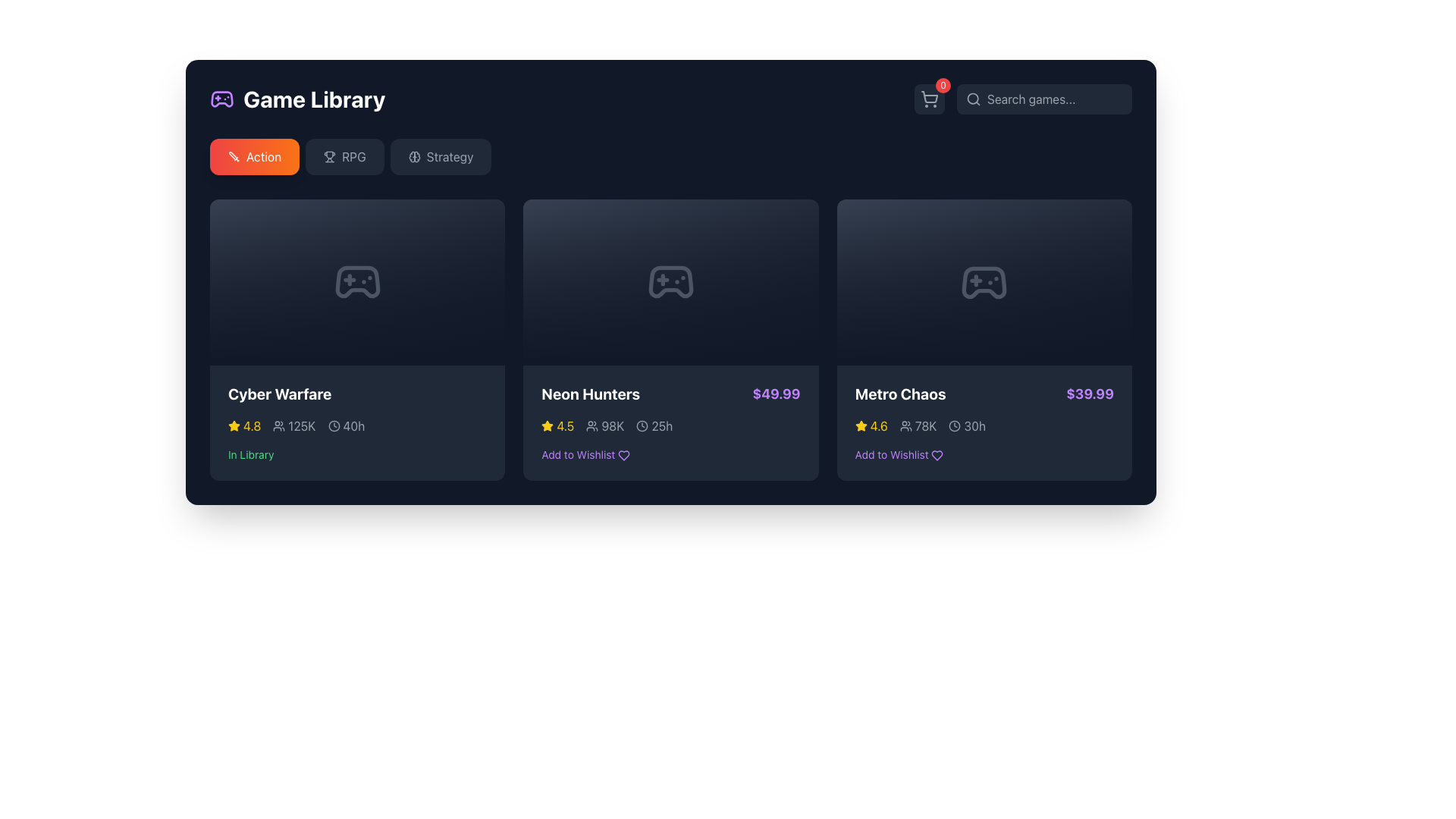  Describe the element at coordinates (333, 426) in the screenshot. I see `the clock icon representing the duration of '40h' for the game 'Cyber Warfare' located to the left of the text` at that location.